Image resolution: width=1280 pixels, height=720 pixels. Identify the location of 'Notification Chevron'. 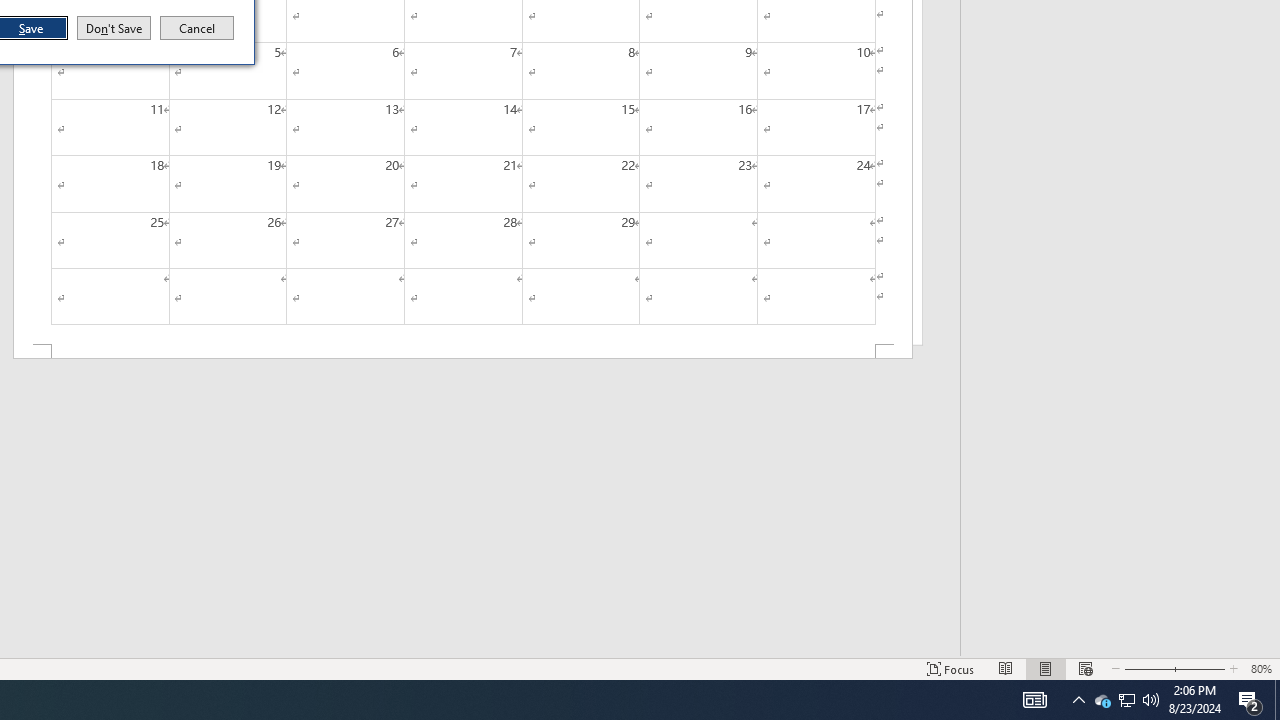
(1078, 698).